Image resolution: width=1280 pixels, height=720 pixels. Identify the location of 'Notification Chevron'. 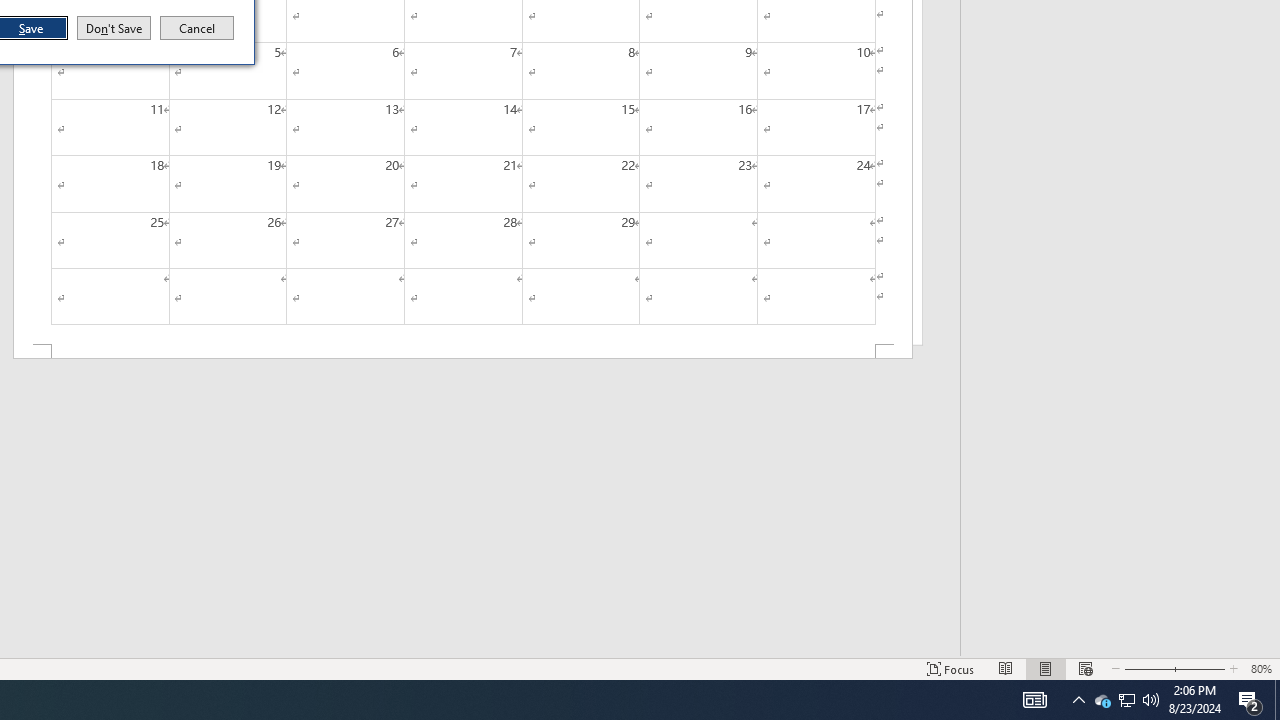
(1078, 698).